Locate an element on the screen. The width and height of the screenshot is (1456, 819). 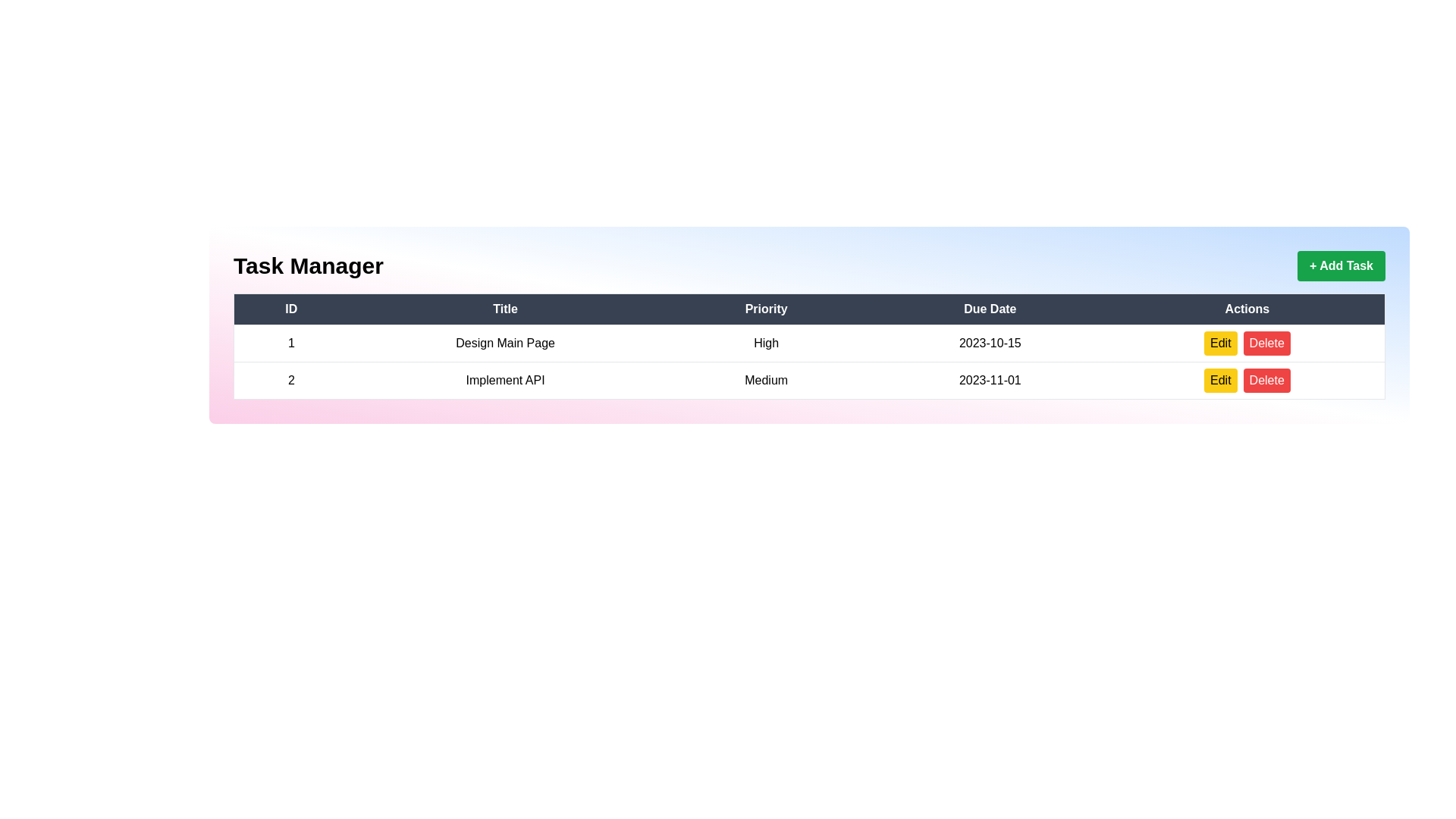
the text element displaying '2023-10-15' in the 'Due Date' column of the task 'Design Main Page' is located at coordinates (990, 343).